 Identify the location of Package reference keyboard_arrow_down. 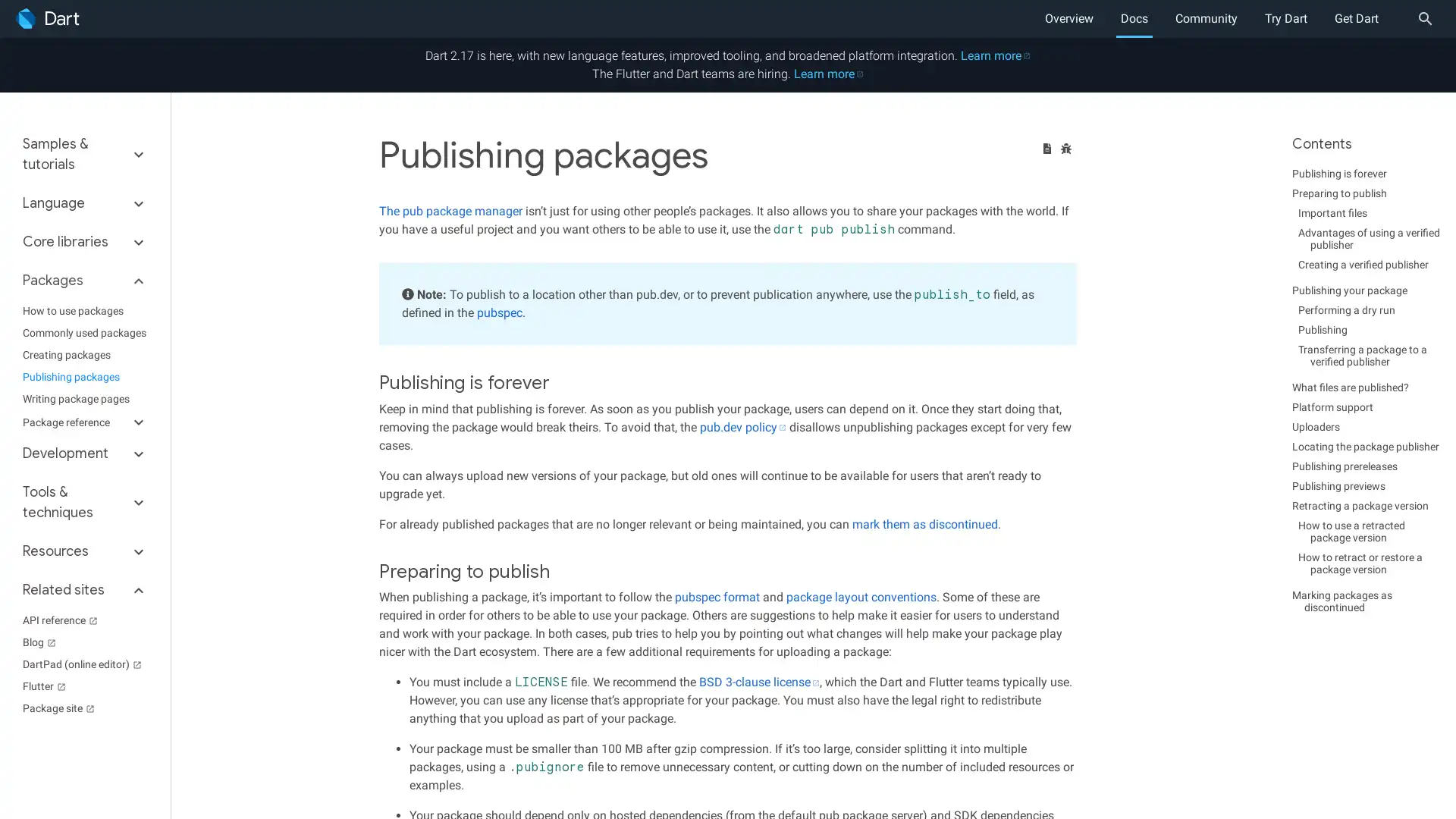
(84, 422).